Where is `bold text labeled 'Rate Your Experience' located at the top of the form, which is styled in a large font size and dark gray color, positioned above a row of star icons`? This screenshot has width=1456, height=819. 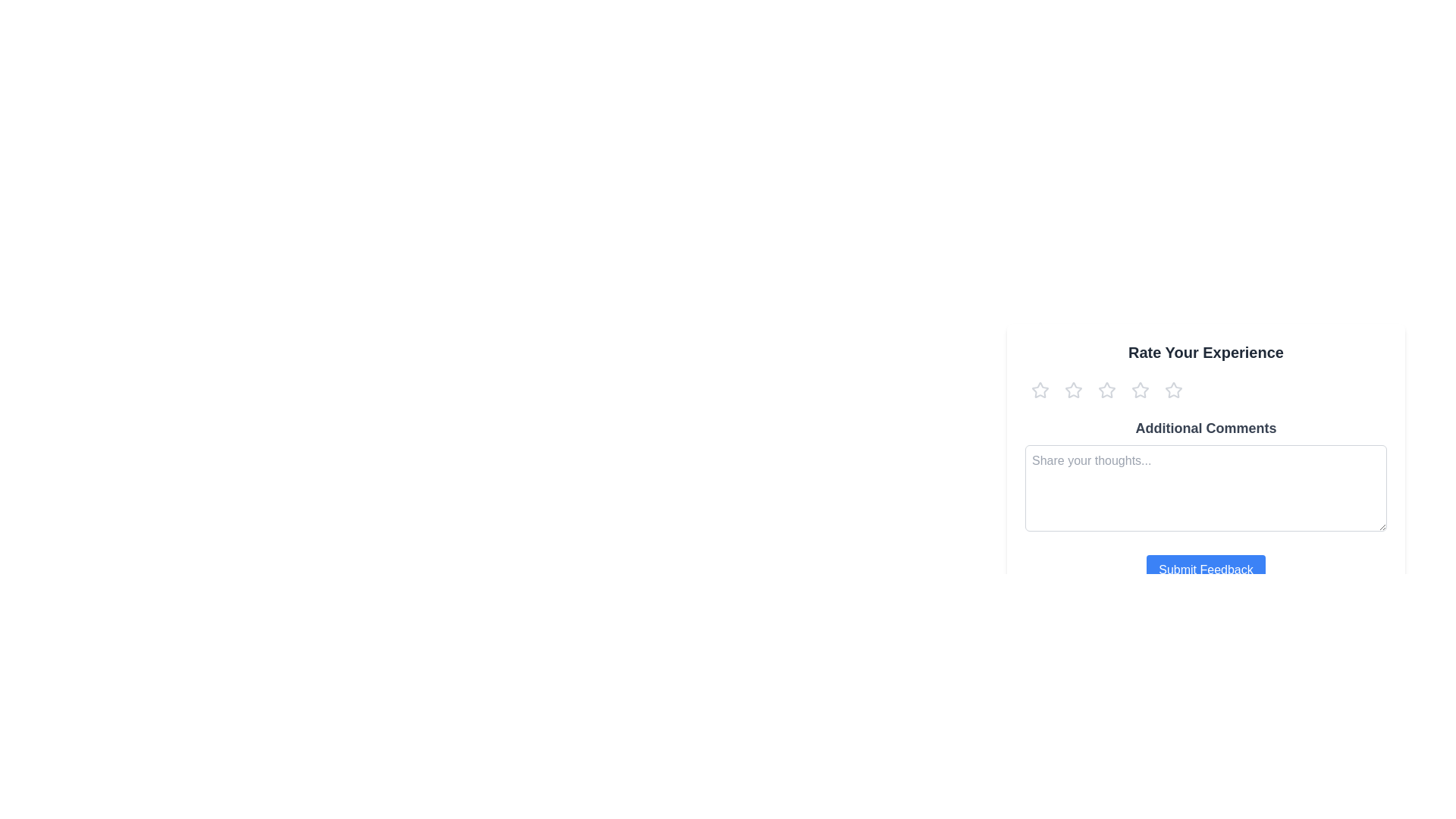 bold text labeled 'Rate Your Experience' located at the top of the form, which is styled in a large font size and dark gray color, positioned above a row of star icons is located at coordinates (1205, 353).